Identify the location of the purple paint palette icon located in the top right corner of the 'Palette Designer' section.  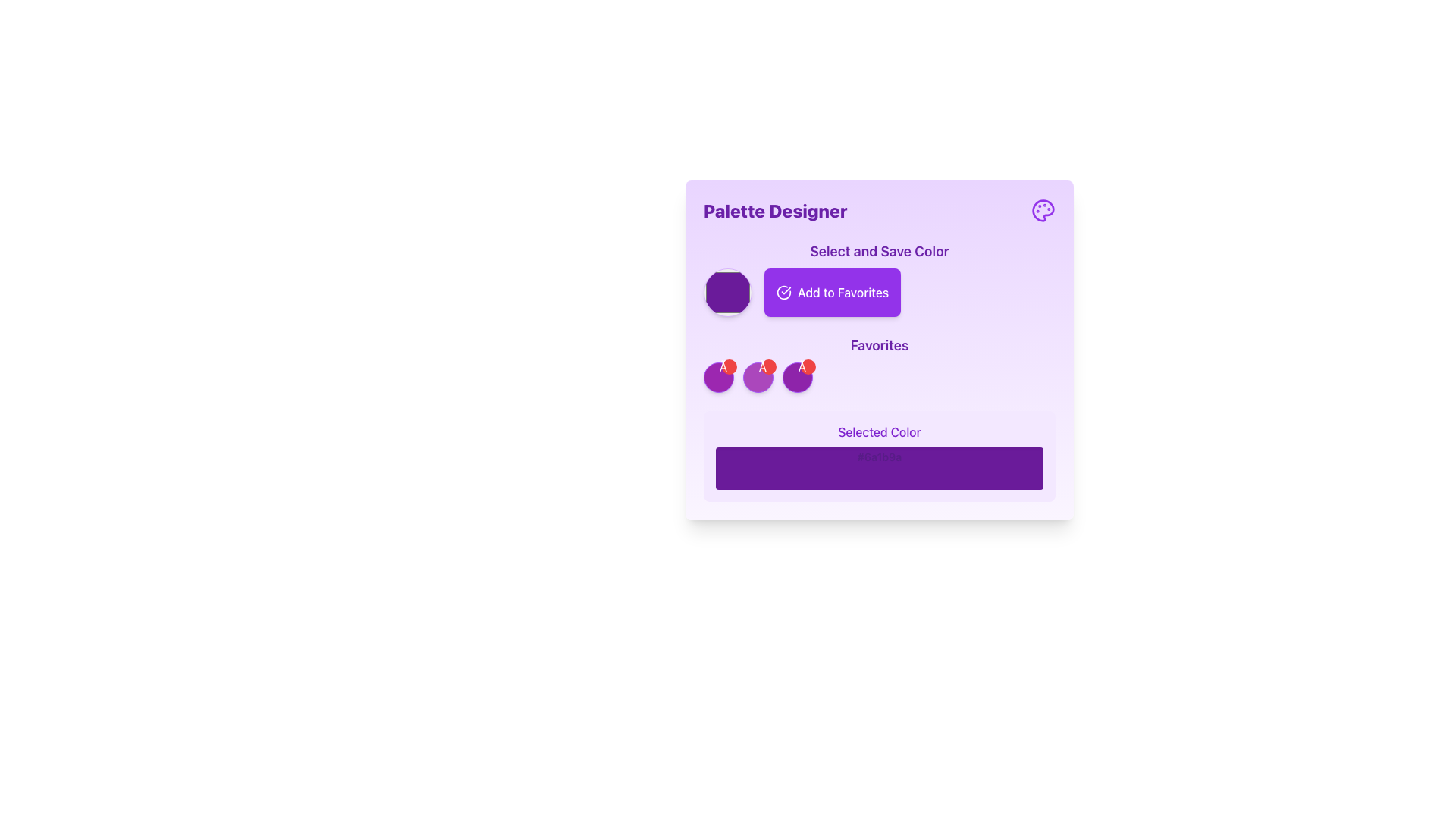
(1043, 210).